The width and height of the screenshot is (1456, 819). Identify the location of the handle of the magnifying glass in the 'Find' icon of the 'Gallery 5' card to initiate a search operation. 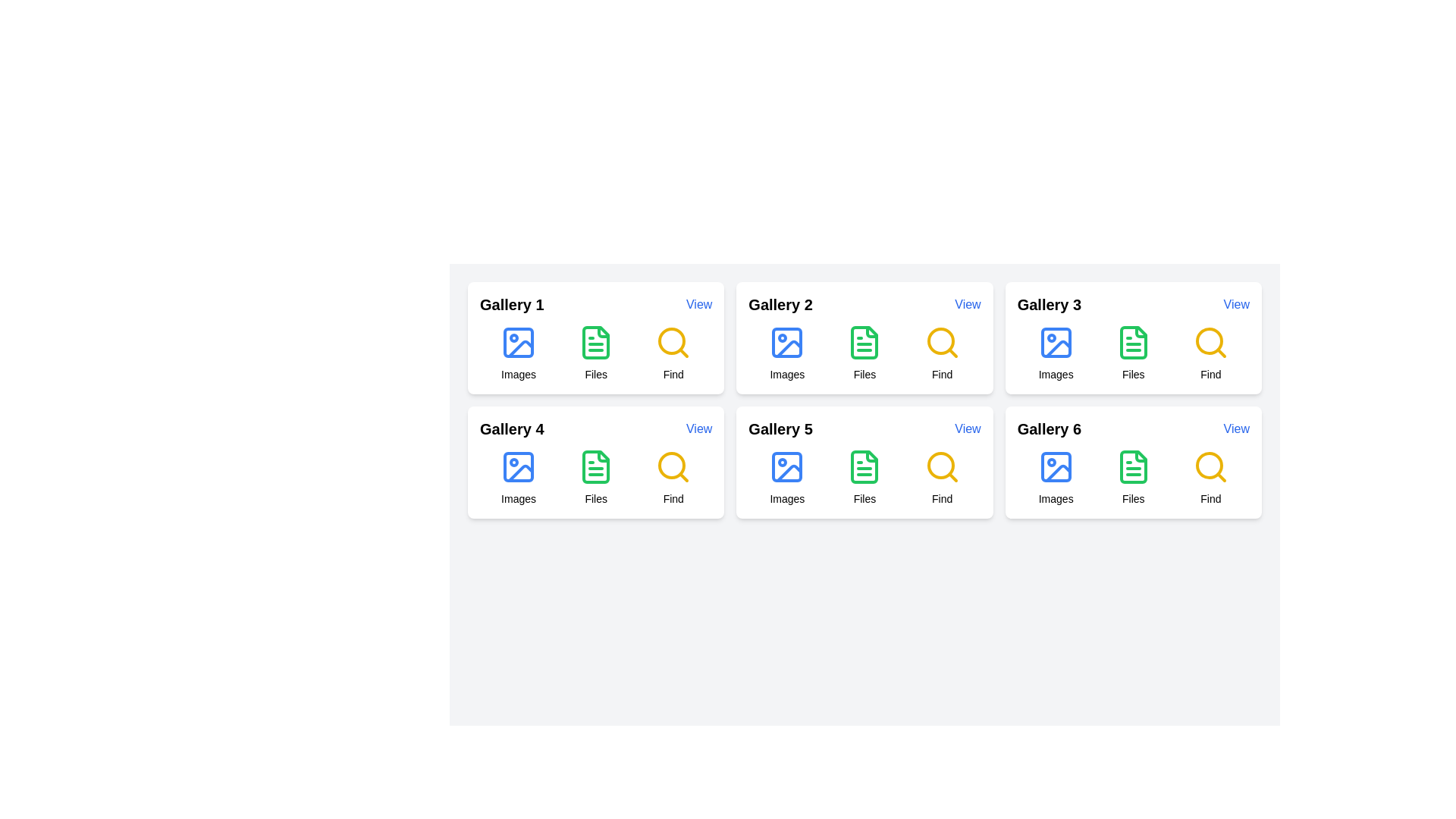
(952, 476).